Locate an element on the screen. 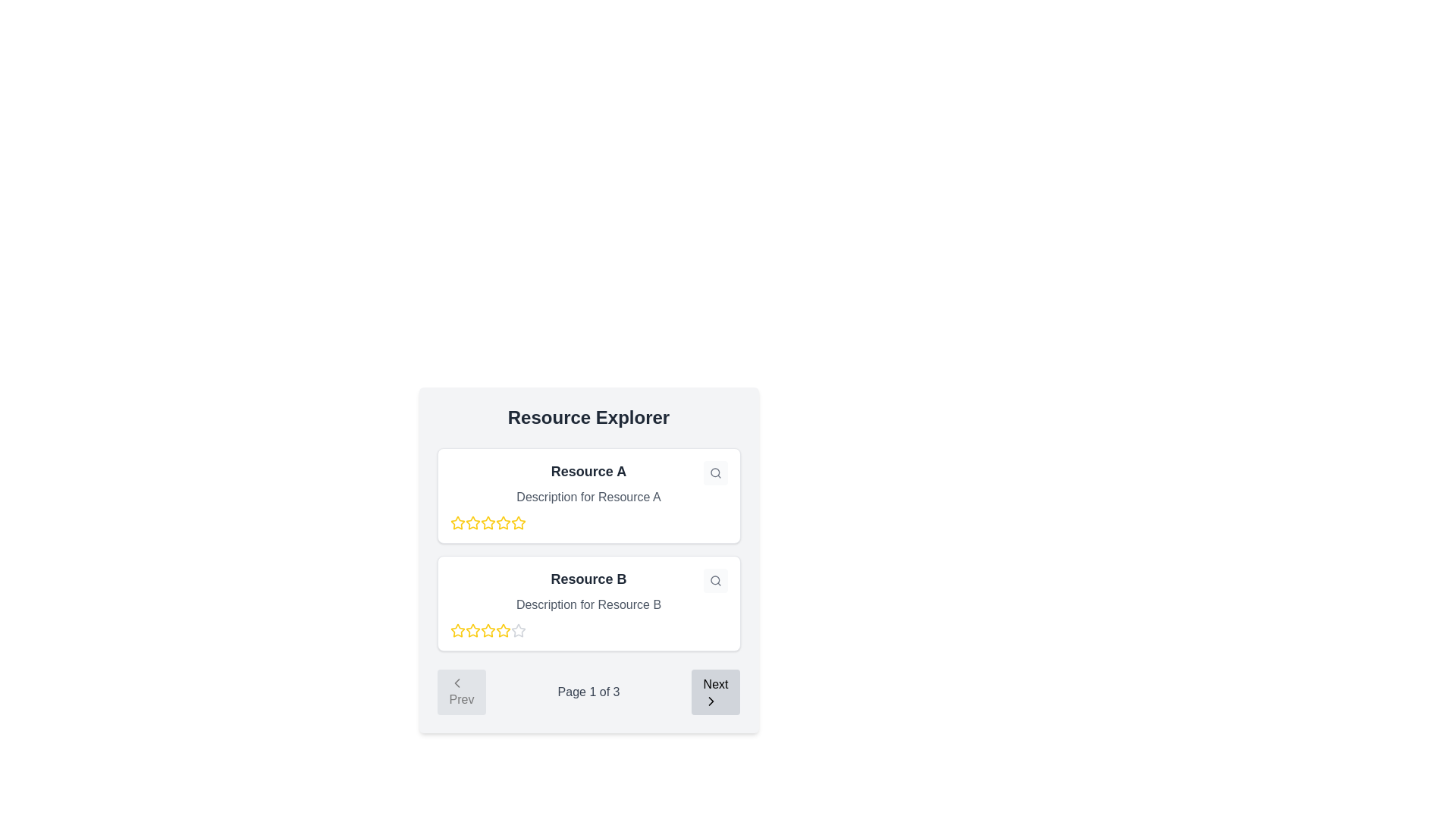 This screenshot has width=1456, height=819. the first yellow star icon is located at coordinates (457, 522).